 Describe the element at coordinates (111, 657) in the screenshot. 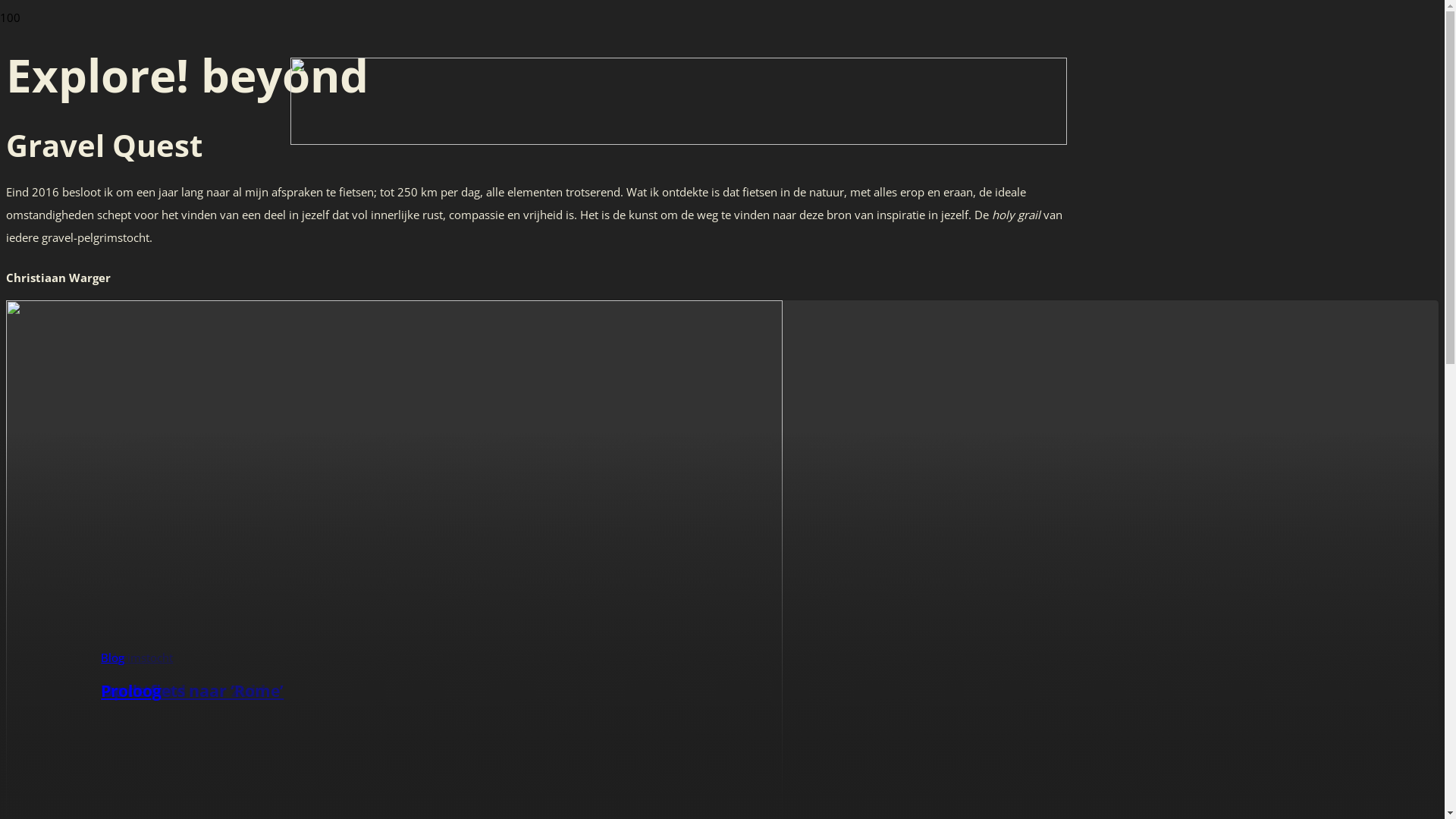

I see `'Blog'` at that location.